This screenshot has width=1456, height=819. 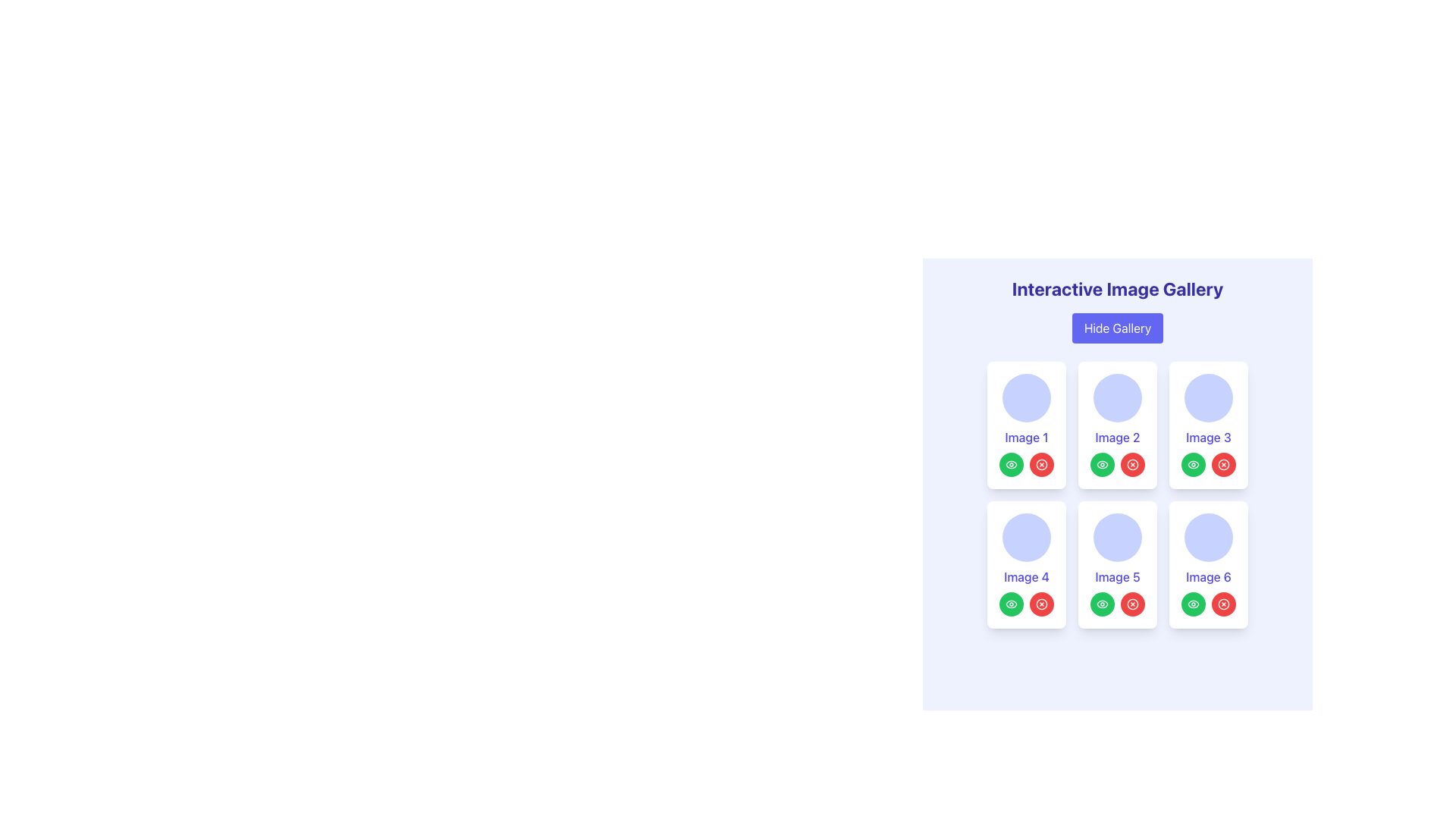 What do you see at coordinates (1193, 604) in the screenshot?
I see `the circular green button with a white eye icon located in the bottom row of the 6th card` at bounding box center [1193, 604].